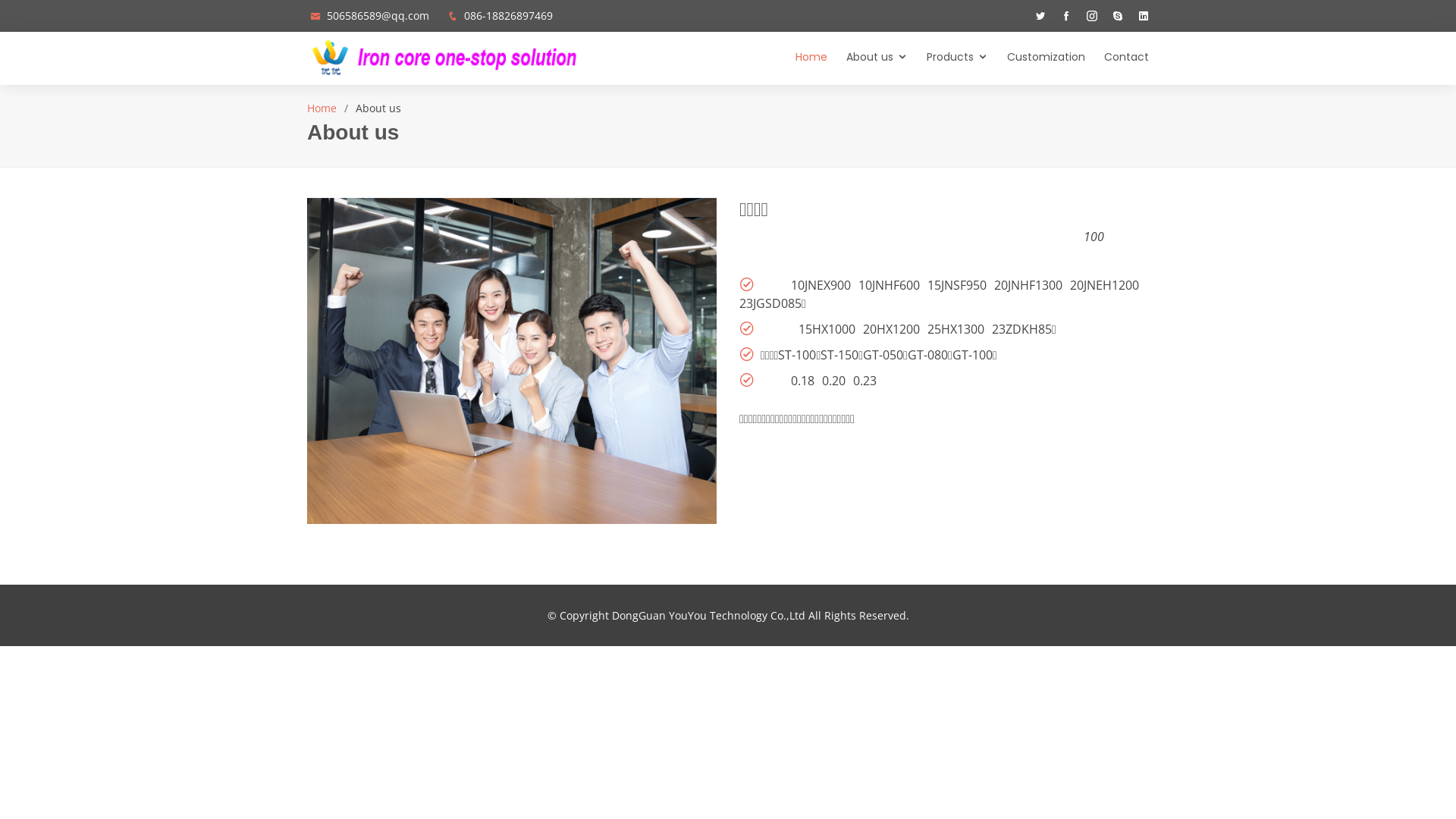 The width and height of the screenshot is (1456, 819). I want to click on 'Products', so click(946, 57).